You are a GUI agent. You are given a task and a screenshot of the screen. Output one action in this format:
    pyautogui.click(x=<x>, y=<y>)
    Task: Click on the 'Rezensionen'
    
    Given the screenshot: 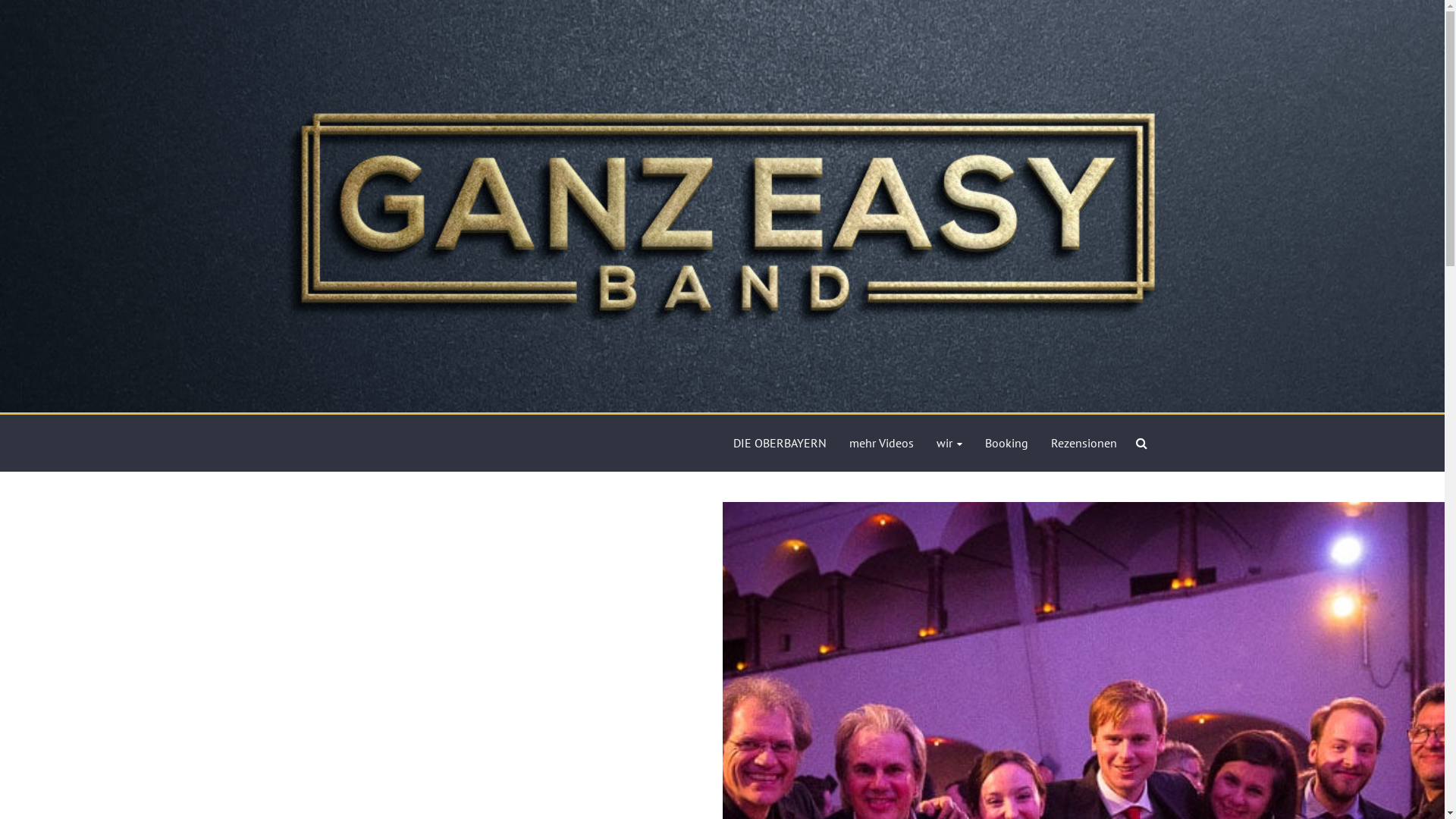 What is the action you would take?
    pyautogui.click(x=1083, y=443)
    